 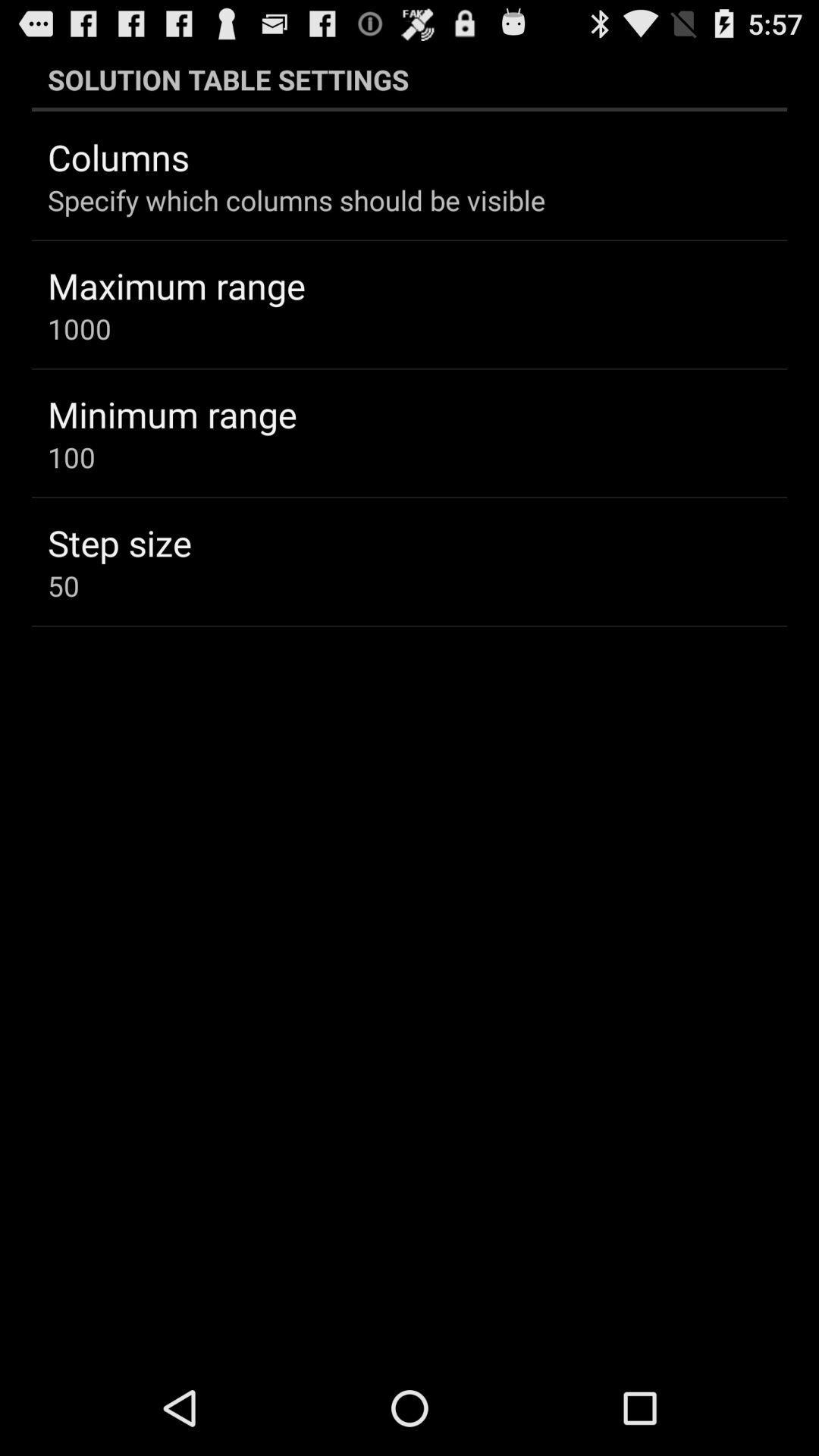 I want to click on app above 1000, so click(x=175, y=285).